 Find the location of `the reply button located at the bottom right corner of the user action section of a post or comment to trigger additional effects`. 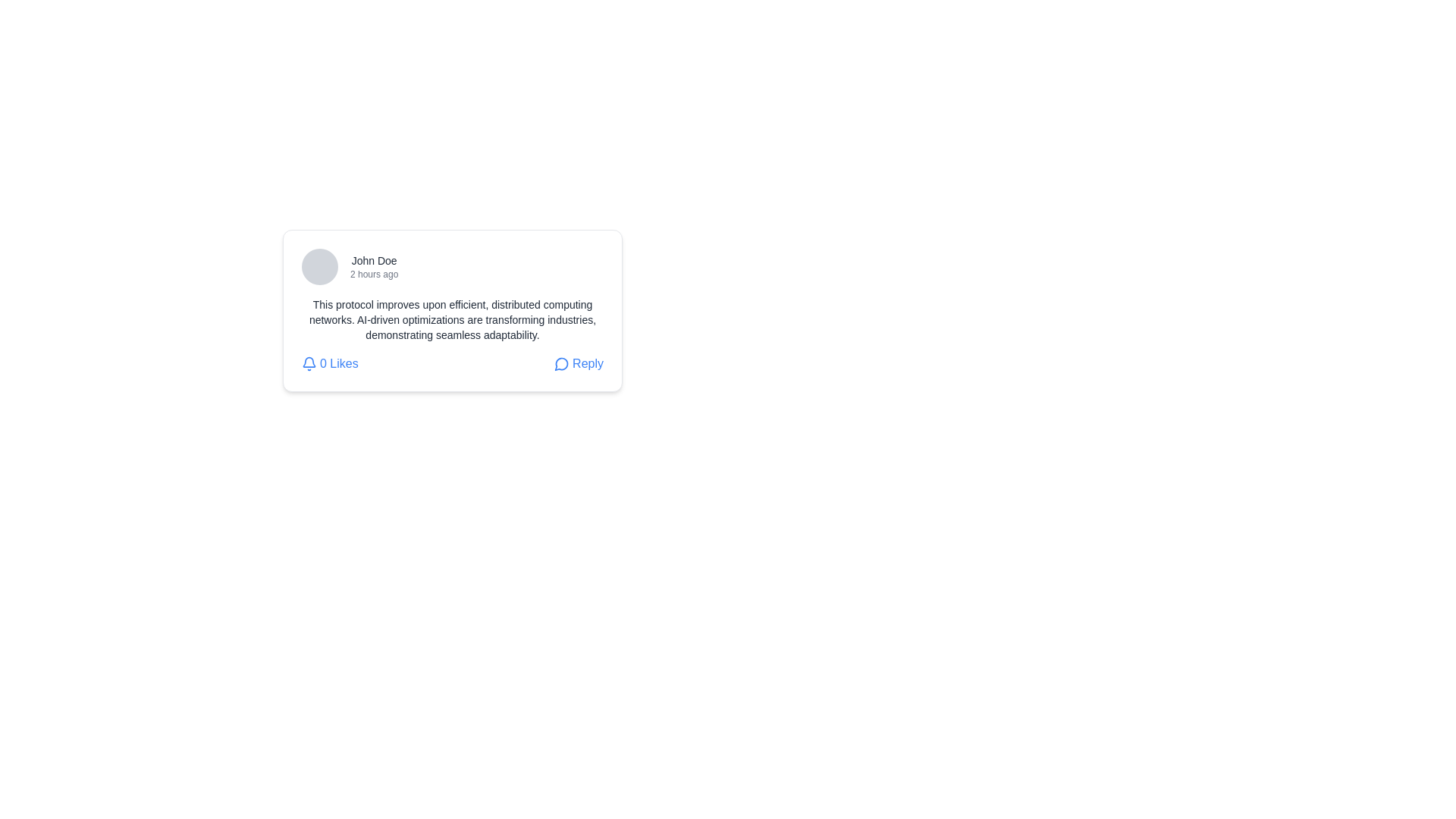

the reply button located at the bottom right corner of the user action section of a post or comment to trigger additional effects is located at coordinates (578, 363).